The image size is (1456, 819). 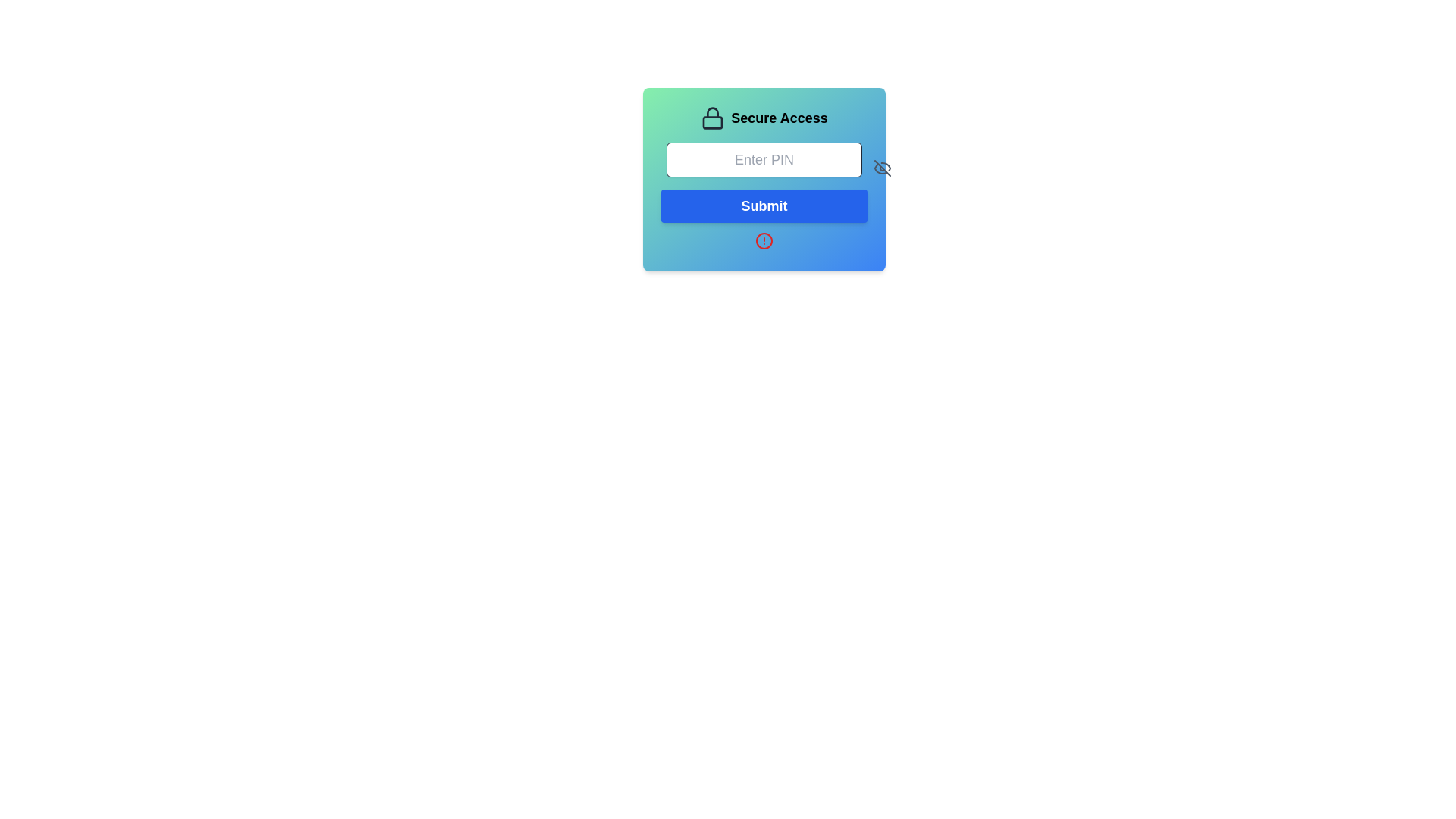 What do you see at coordinates (882, 168) in the screenshot?
I see `the diagonal line of the 'eye-off' icon which is styled with a gray stroke, used for toggling visibility, positioned above the input field for PIN entry` at bounding box center [882, 168].